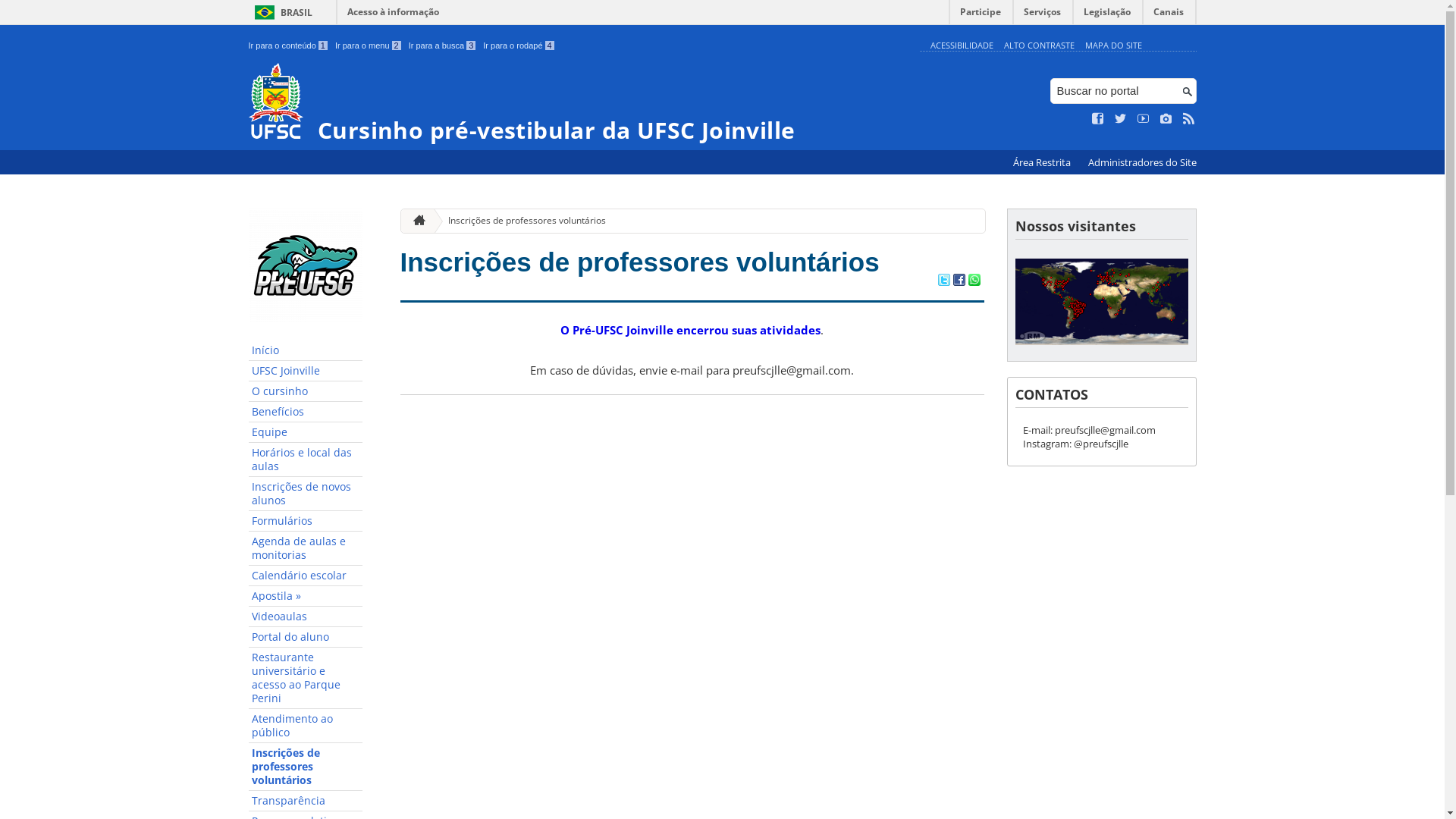 This screenshot has width=1456, height=819. What do you see at coordinates (1098, 118) in the screenshot?
I see `'Curta no Facebook'` at bounding box center [1098, 118].